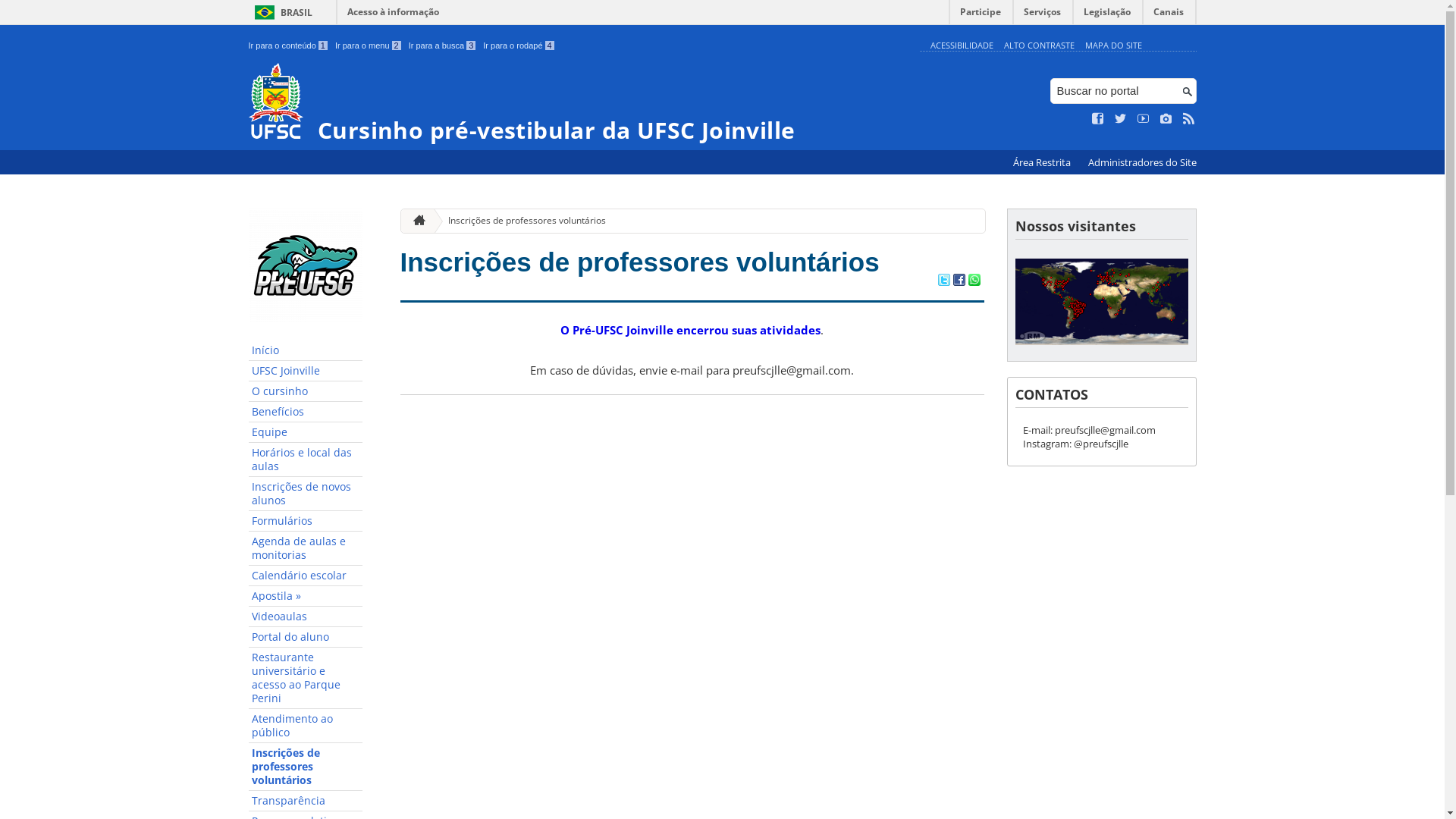 This screenshot has width=1456, height=819. What do you see at coordinates (1098, 118) in the screenshot?
I see `'Curta no Facebook'` at bounding box center [1098, 118].